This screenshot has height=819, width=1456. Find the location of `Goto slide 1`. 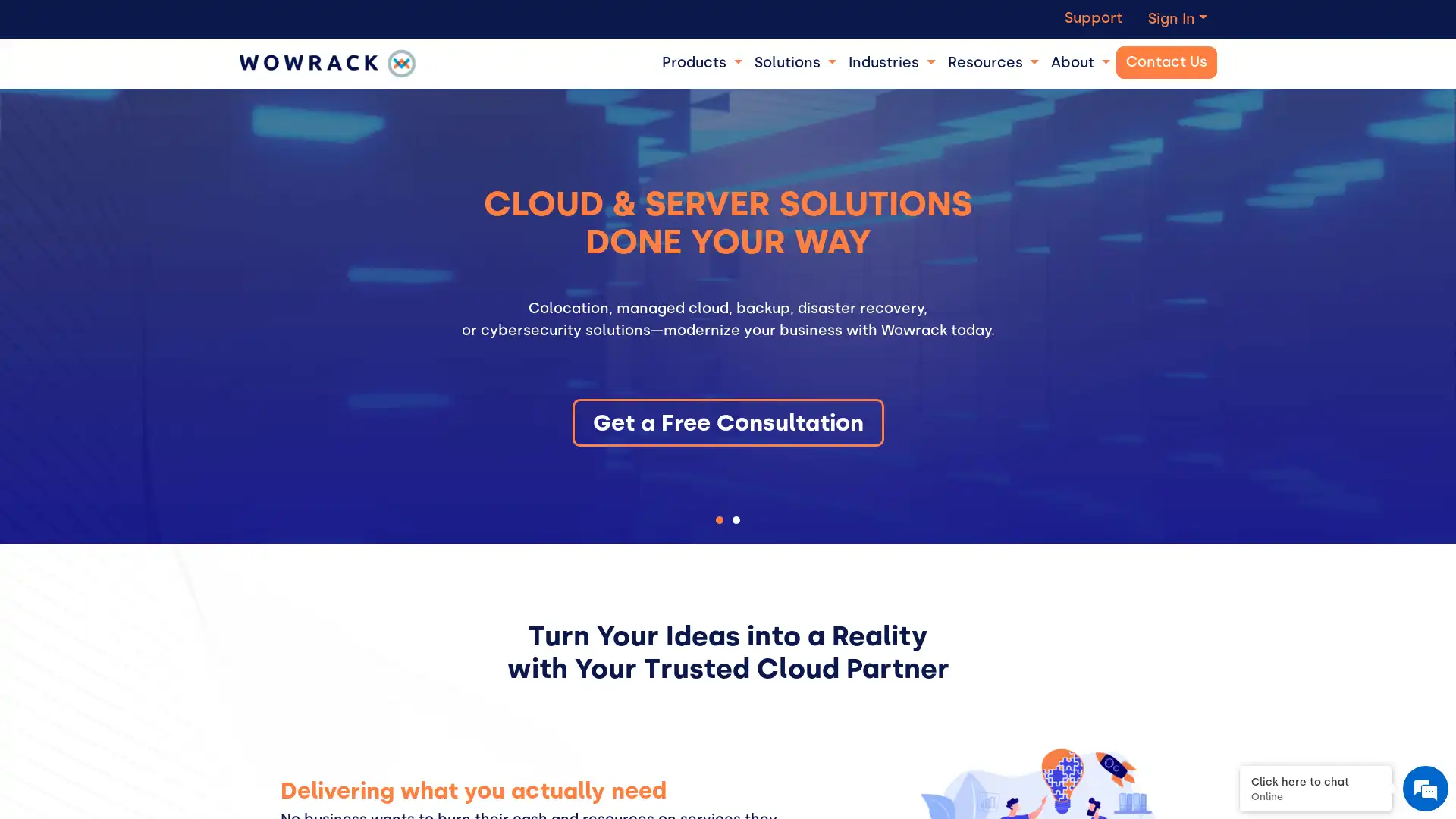

Goto slide 1 is located at coordinates (719, 519).